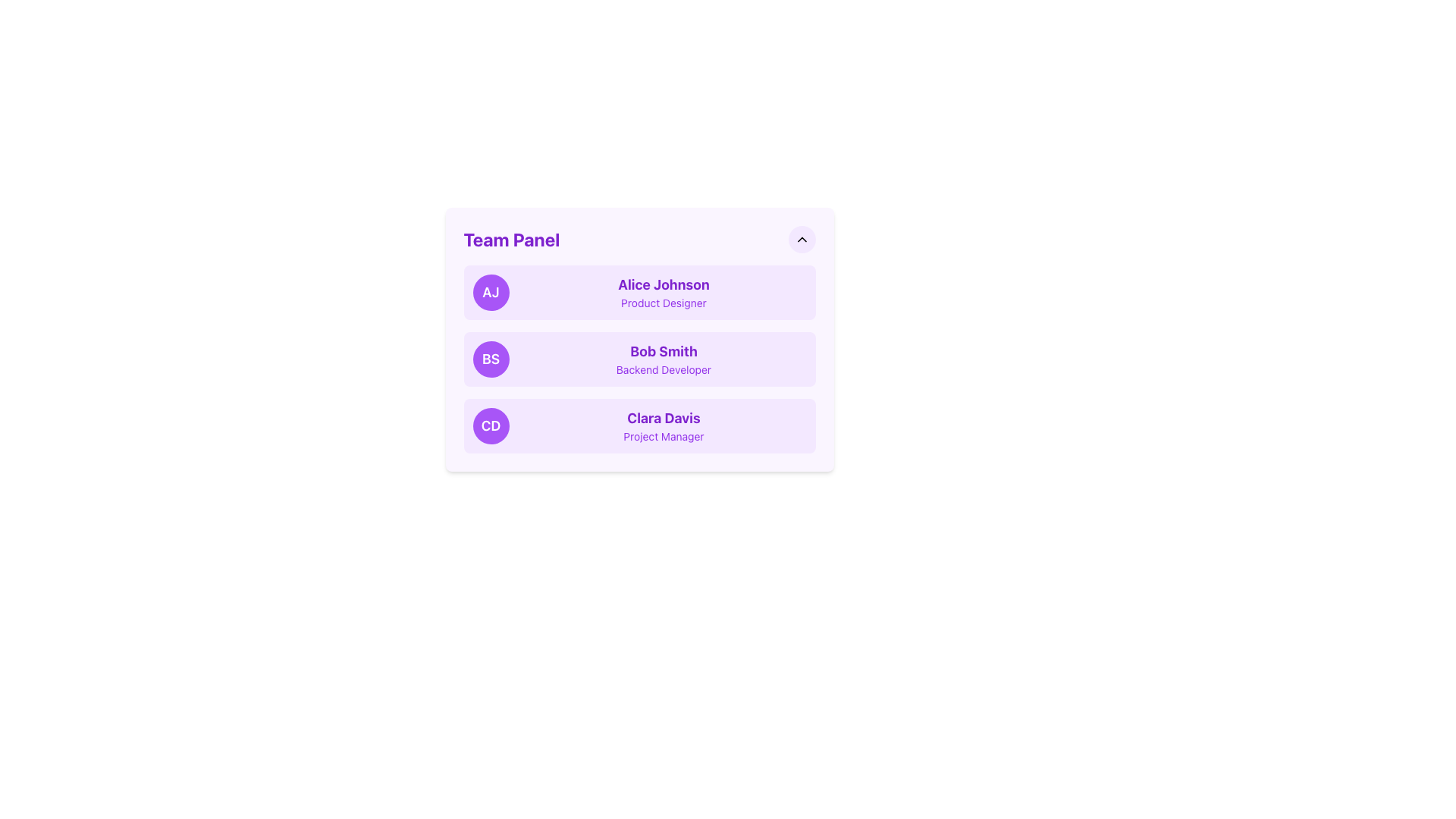  I want to click on text content of the element styled as 'Alice Johnson' in a bold, large font size, colored purple, and located in the top section of the 'Team Panel', so click(664, 284).